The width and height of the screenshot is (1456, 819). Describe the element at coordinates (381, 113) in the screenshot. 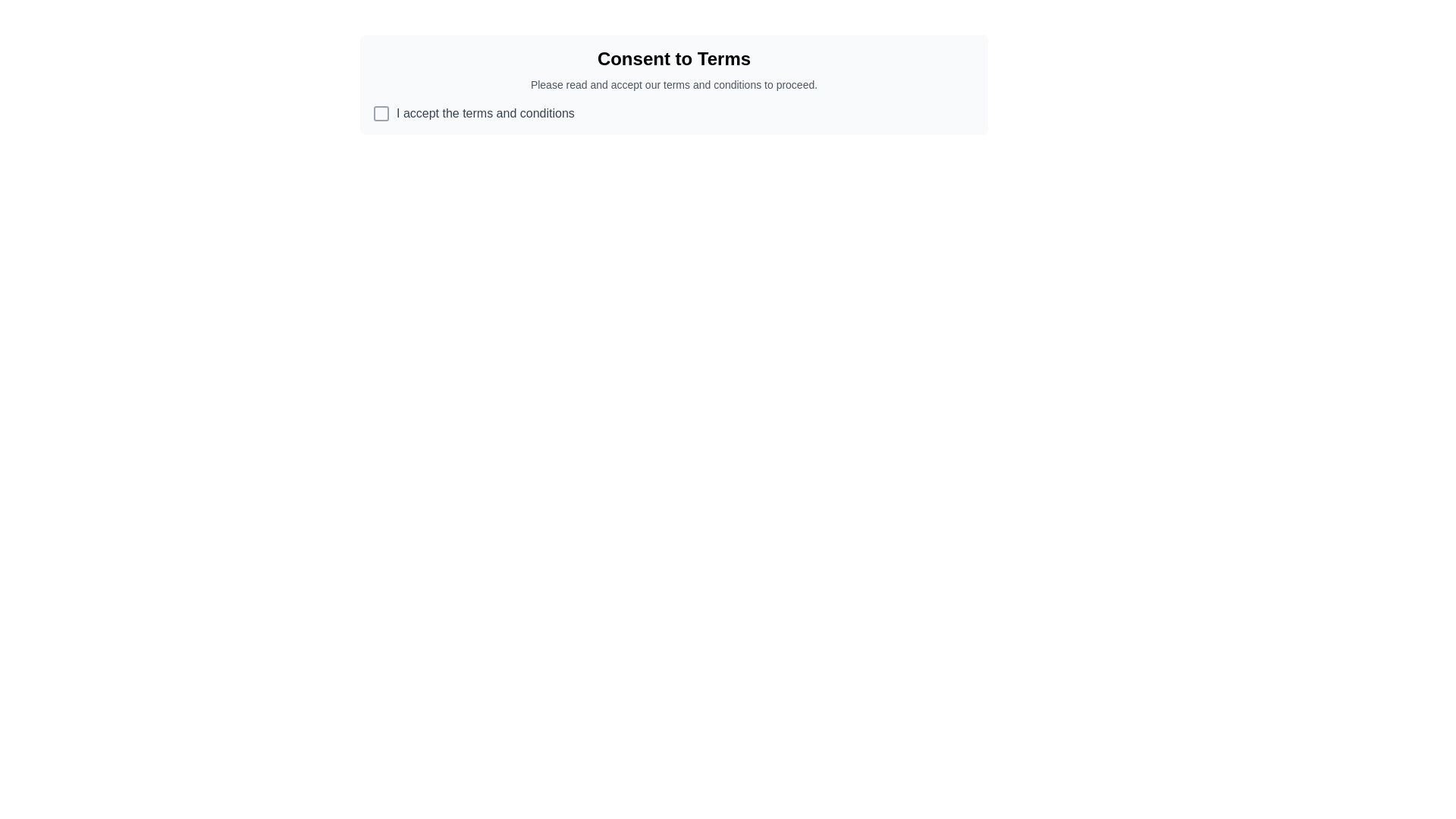

I see `the checkbox state indicator next to the text 'I accept the terms and conditions' by clicking on its associated checkbox` at that location.